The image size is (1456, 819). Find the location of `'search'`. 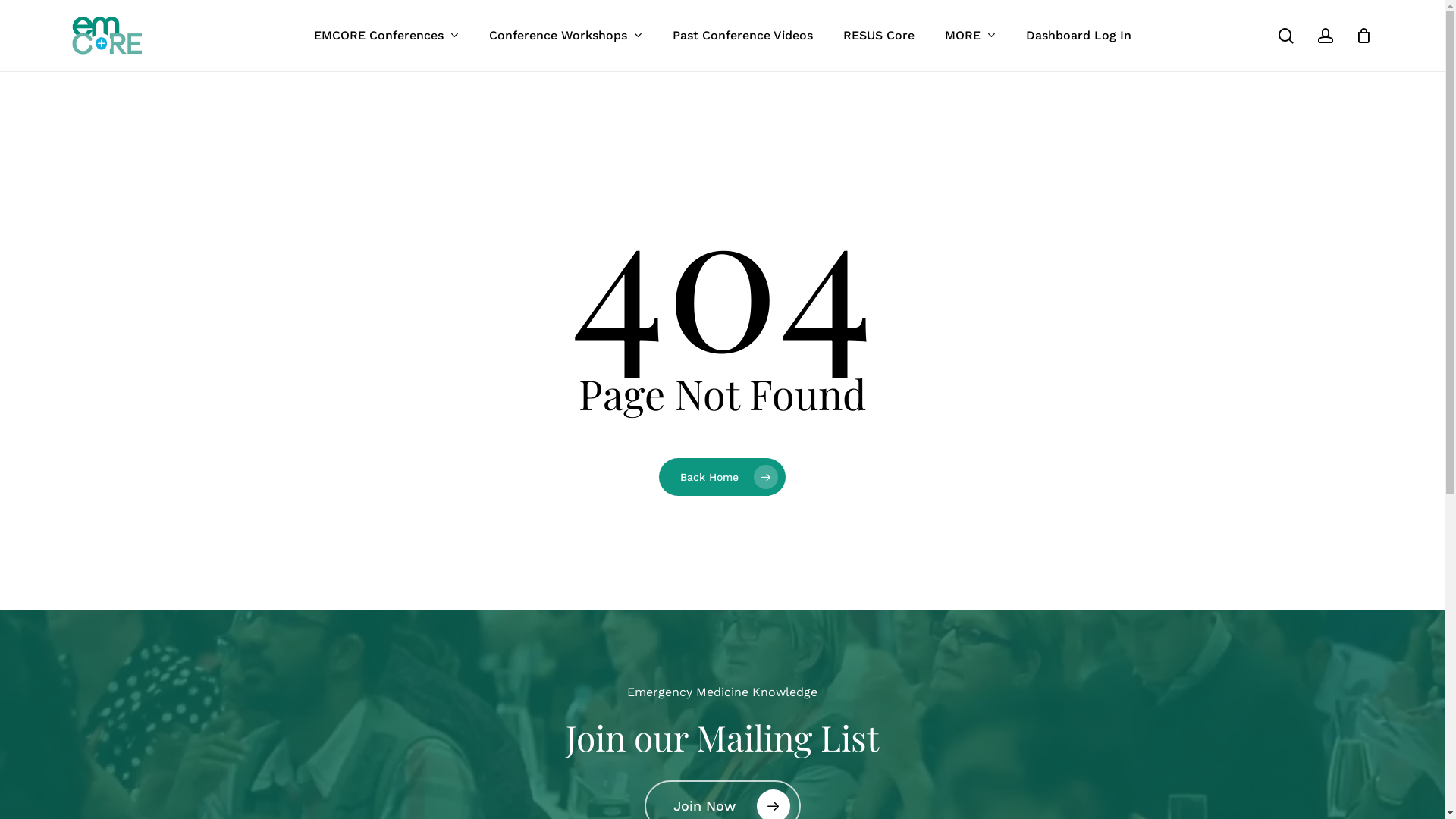

'search' is located at coordinates (1285, 34).